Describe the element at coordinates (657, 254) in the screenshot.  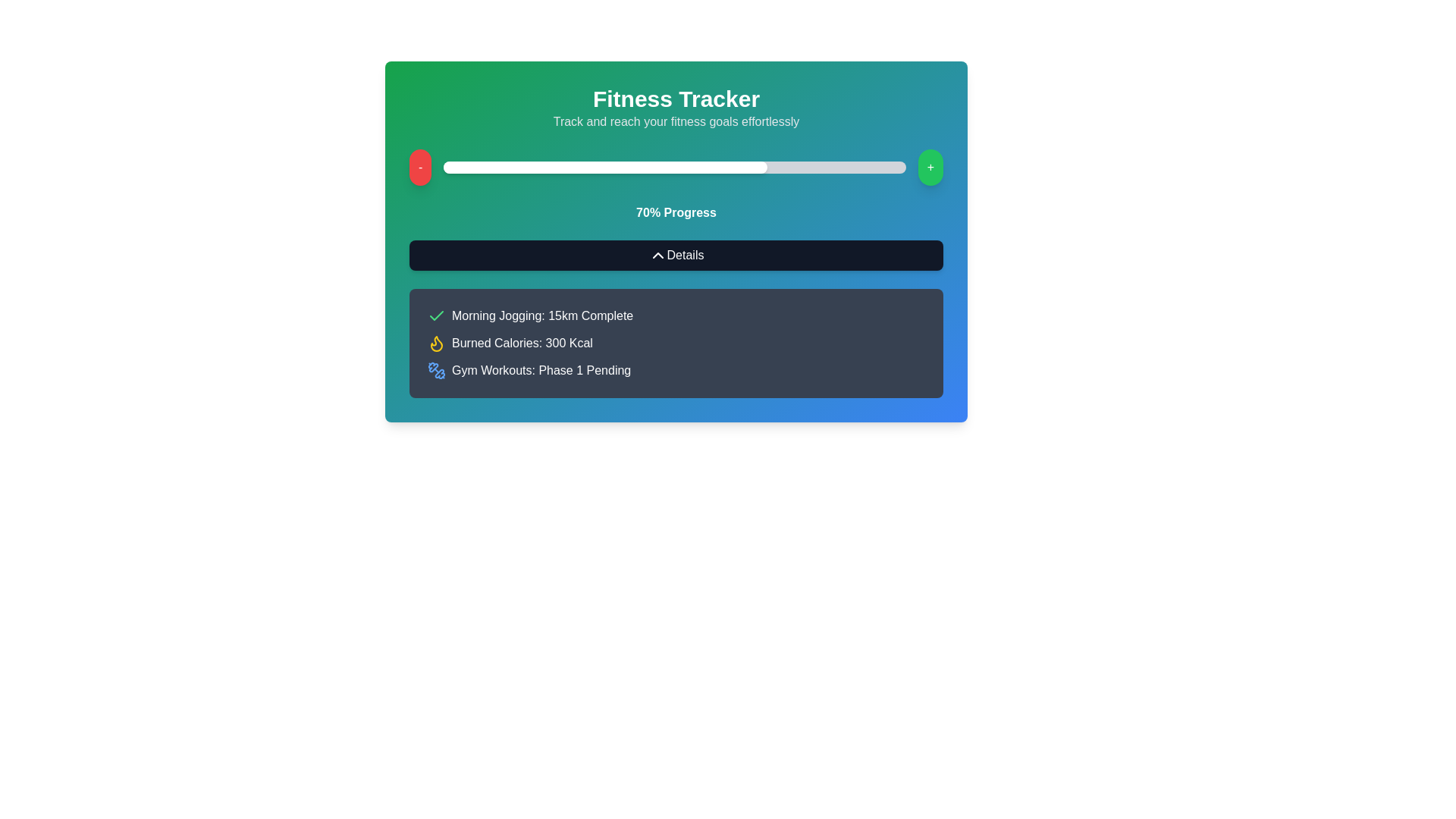
I see `the chevron-shaped icon button inside the black 'Details' button` at that location.